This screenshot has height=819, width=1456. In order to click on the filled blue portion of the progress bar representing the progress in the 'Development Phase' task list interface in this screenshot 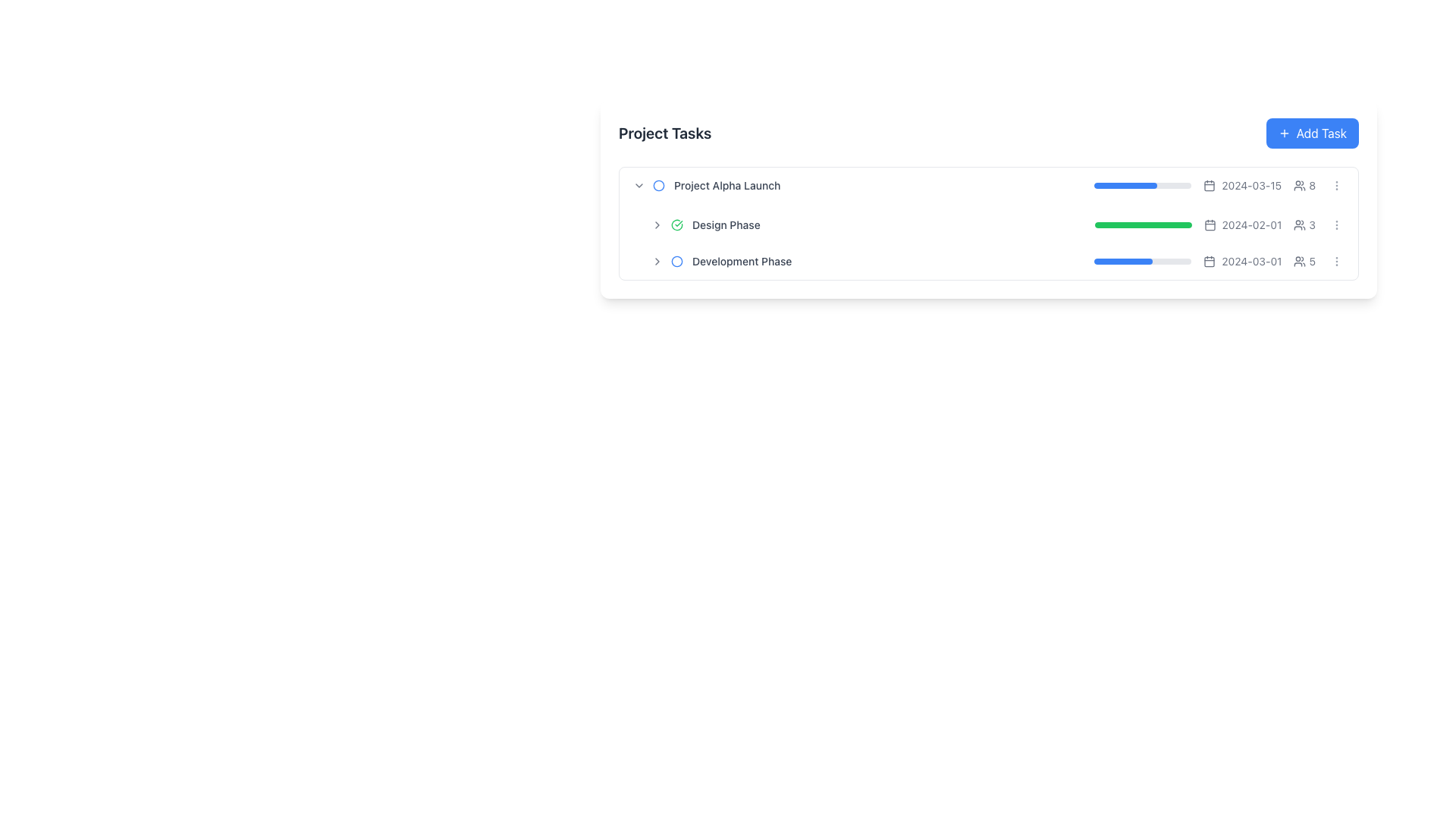, I will do `click(1123, 260)`.